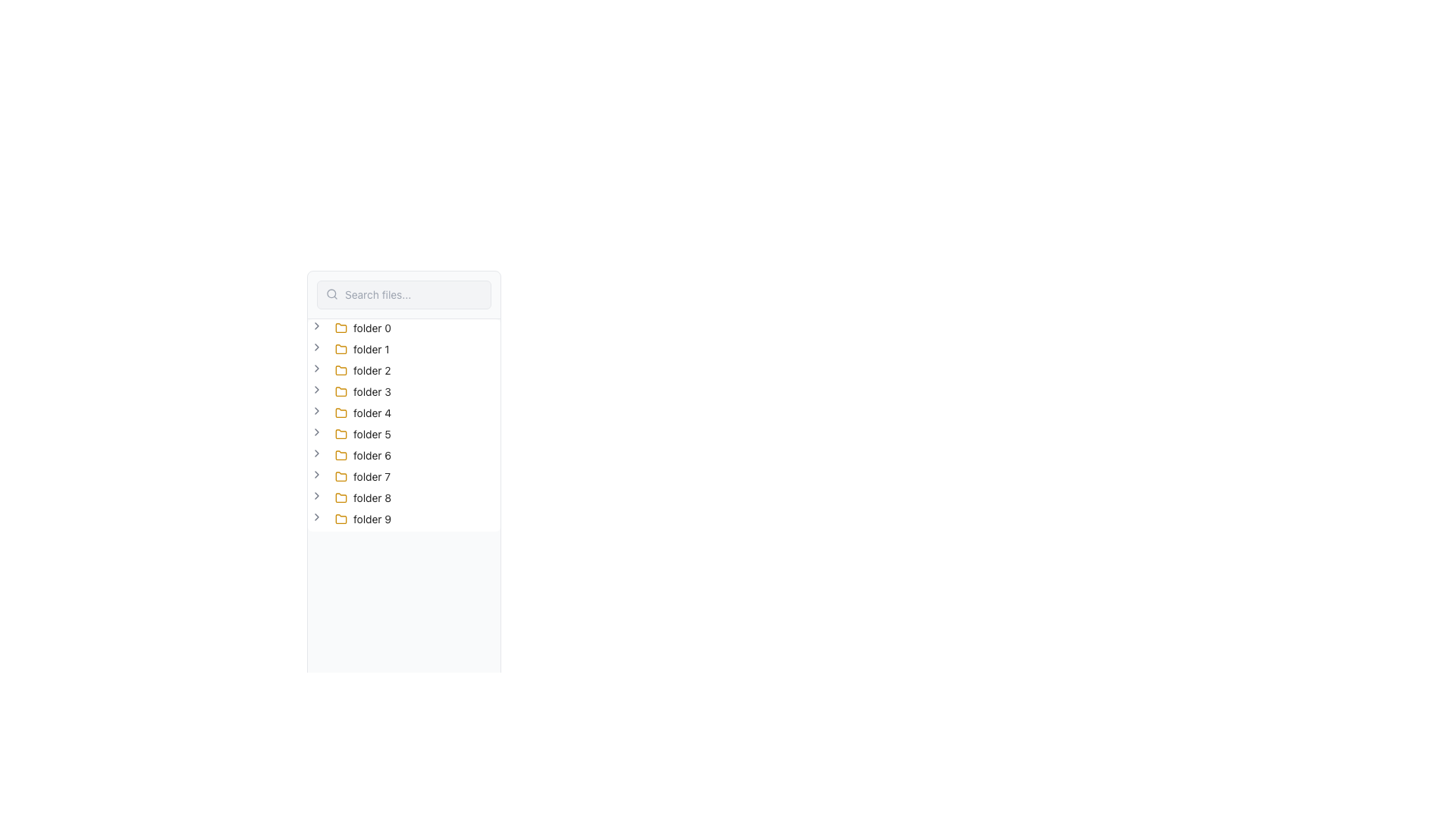 The width and height of the screenshot is (1456, 819). What do you see at coordinates (361, 350) in the screenshot?
I see `the 'folder 1' Tree view item, which is a yellow folder icon` at bounding box center [361, 350].